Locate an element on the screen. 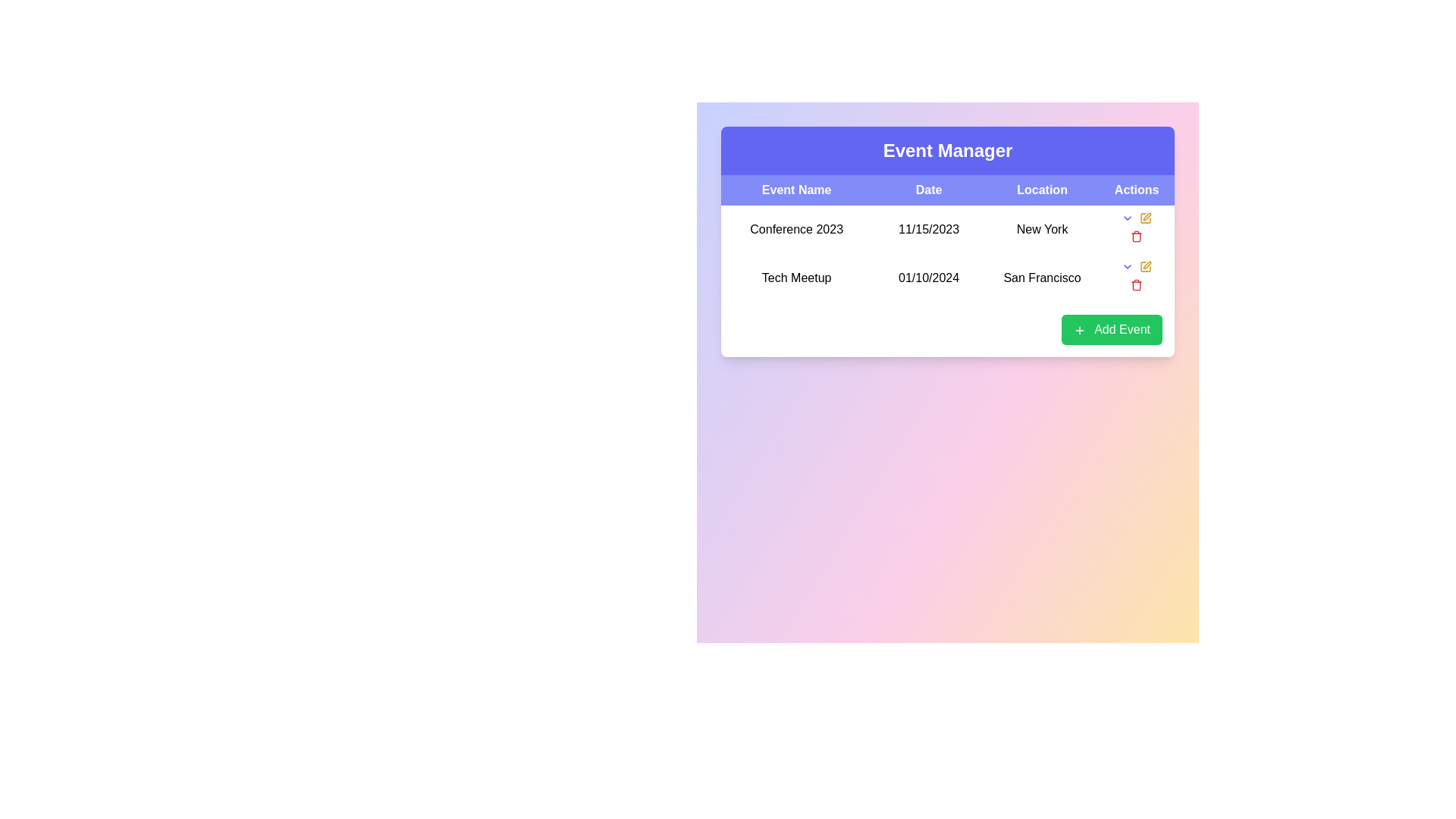 The image size is (1456, 819). the static text label that displays 'Actions' in white, located at the far right of the table header row with a light blue background is located at coordinates (1137, 189).